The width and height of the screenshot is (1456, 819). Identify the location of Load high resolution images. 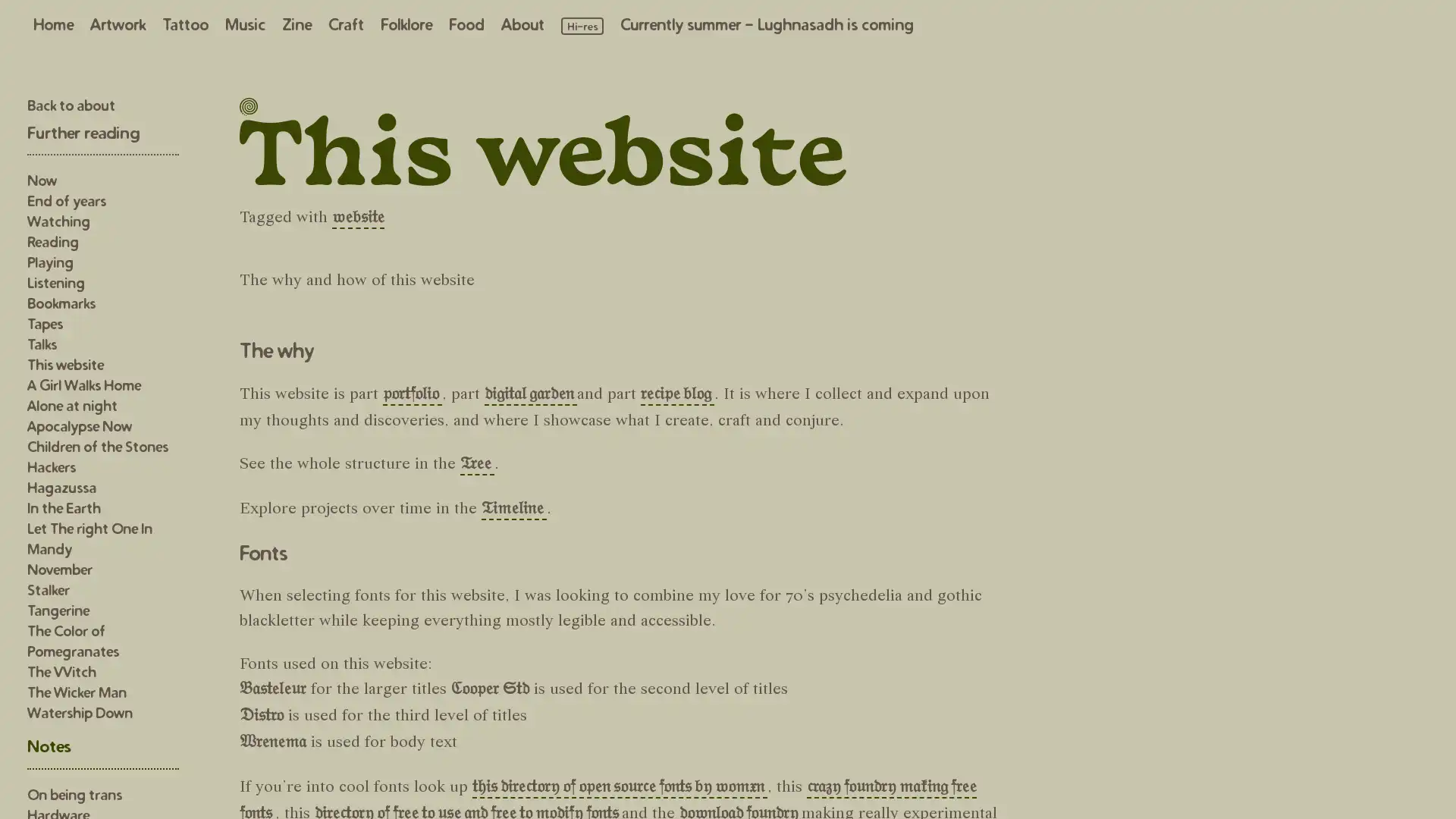
(582, 26).